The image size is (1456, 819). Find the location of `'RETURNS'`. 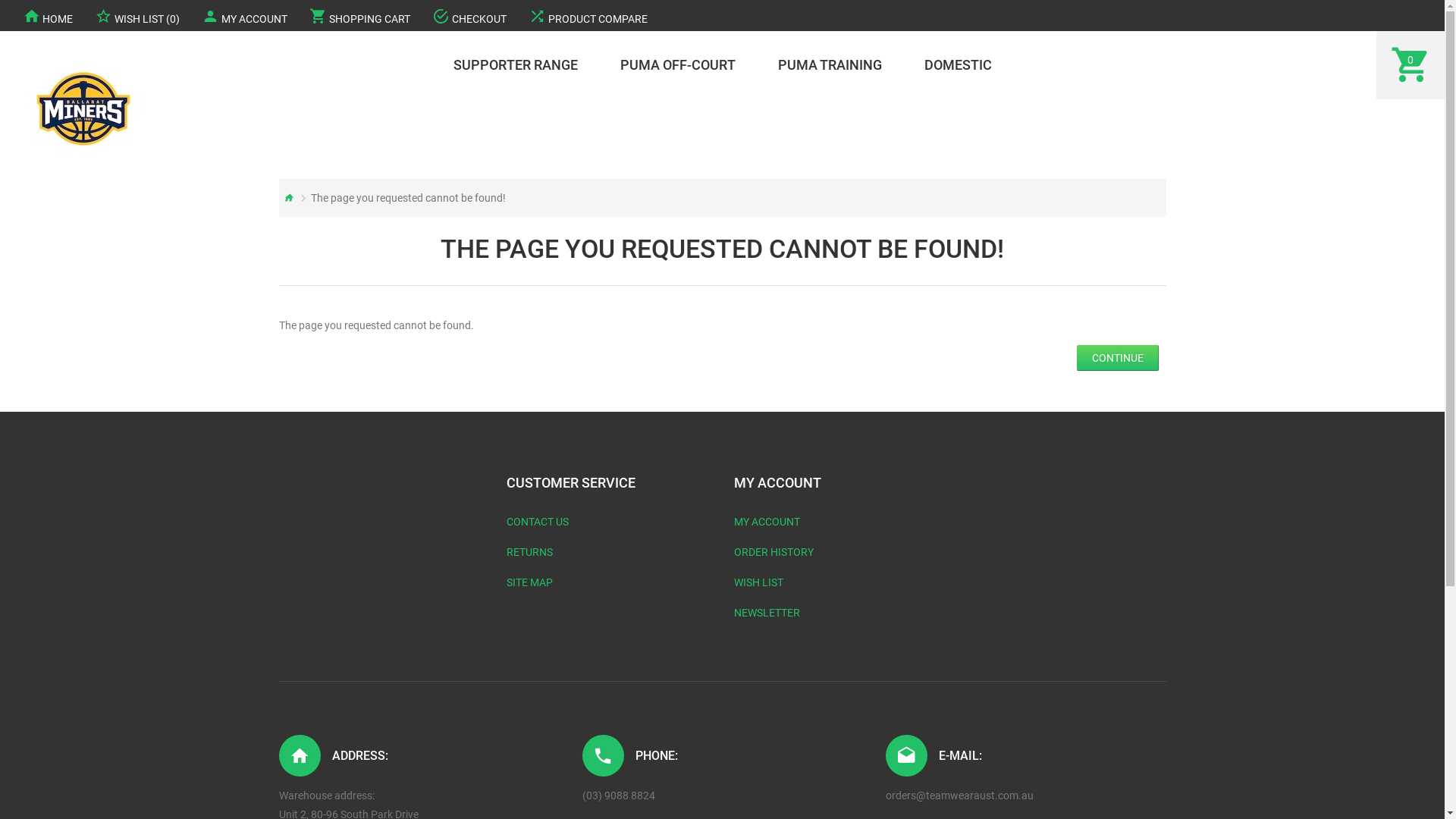

'RETURNS' is located at coordinates (506, 552).